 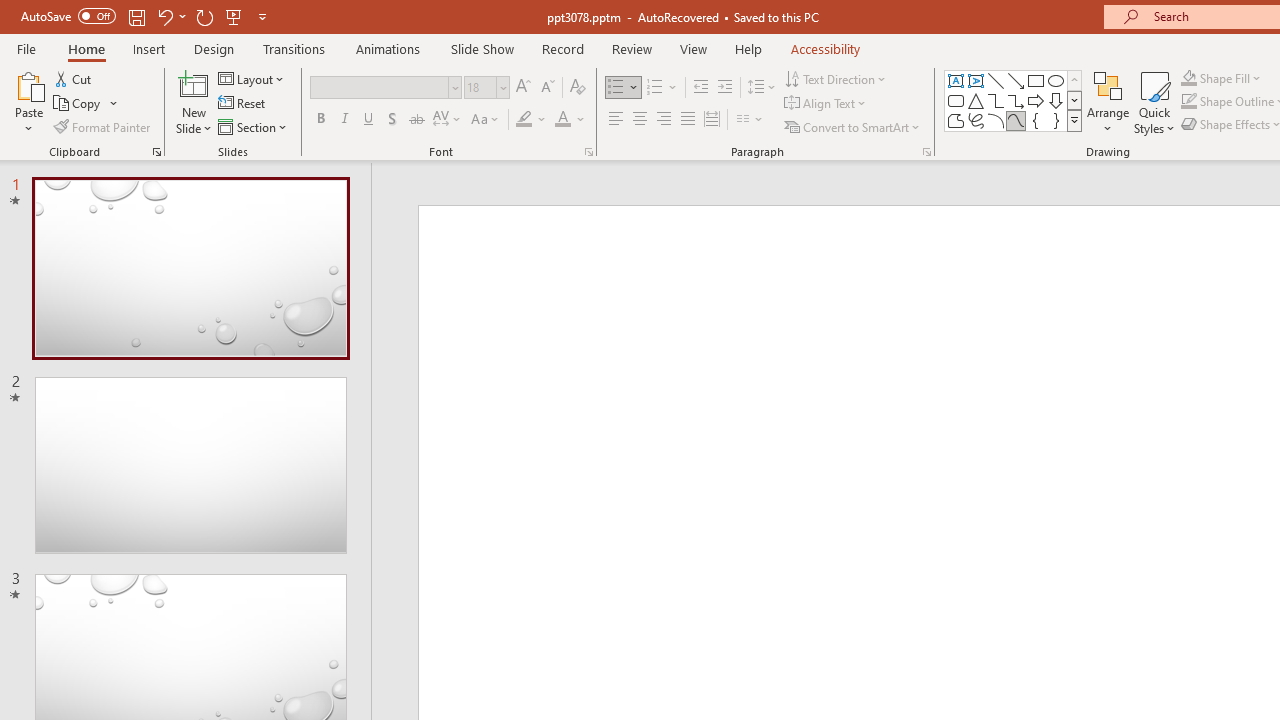 I want to click on 'Layout', so click(x=251, y=78).